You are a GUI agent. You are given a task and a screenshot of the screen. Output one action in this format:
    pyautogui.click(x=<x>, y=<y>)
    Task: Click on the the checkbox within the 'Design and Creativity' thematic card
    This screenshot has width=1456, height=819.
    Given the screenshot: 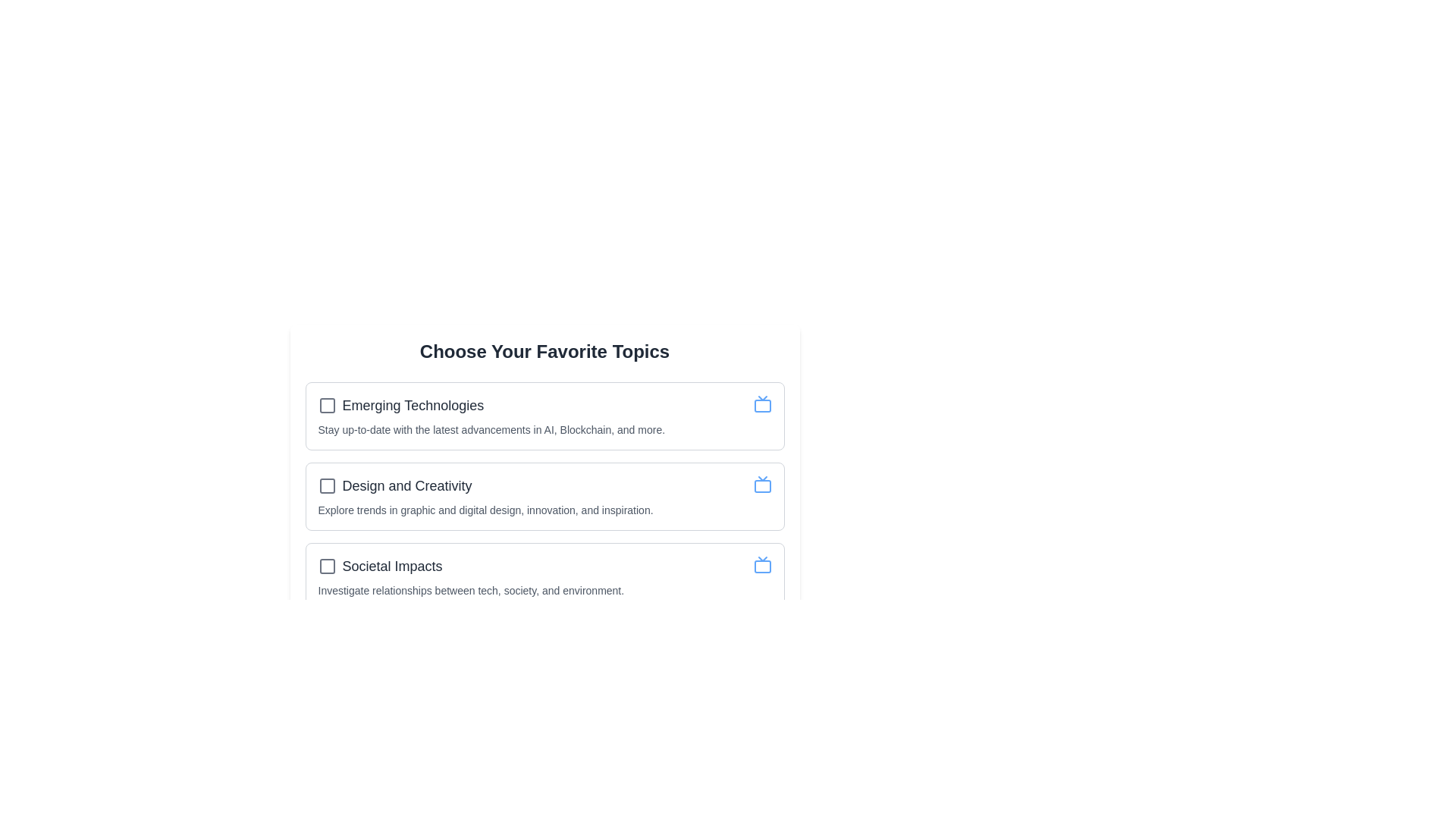 What is the action you would take?
    pyautogui.click(x=544, y=475)
    